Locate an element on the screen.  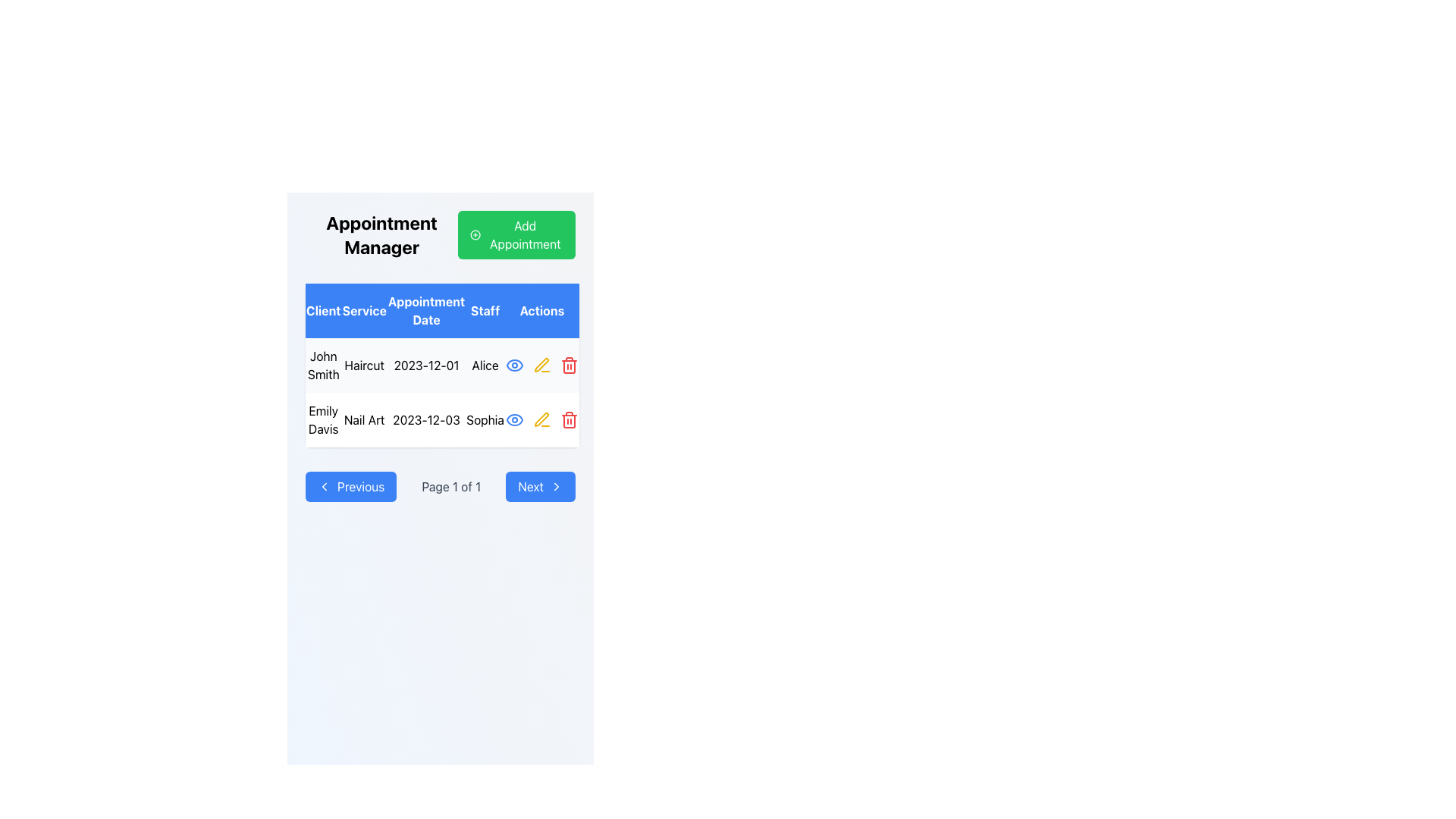
the trash can icon in the Actions column of the second row is located at coordinates (568, 366).